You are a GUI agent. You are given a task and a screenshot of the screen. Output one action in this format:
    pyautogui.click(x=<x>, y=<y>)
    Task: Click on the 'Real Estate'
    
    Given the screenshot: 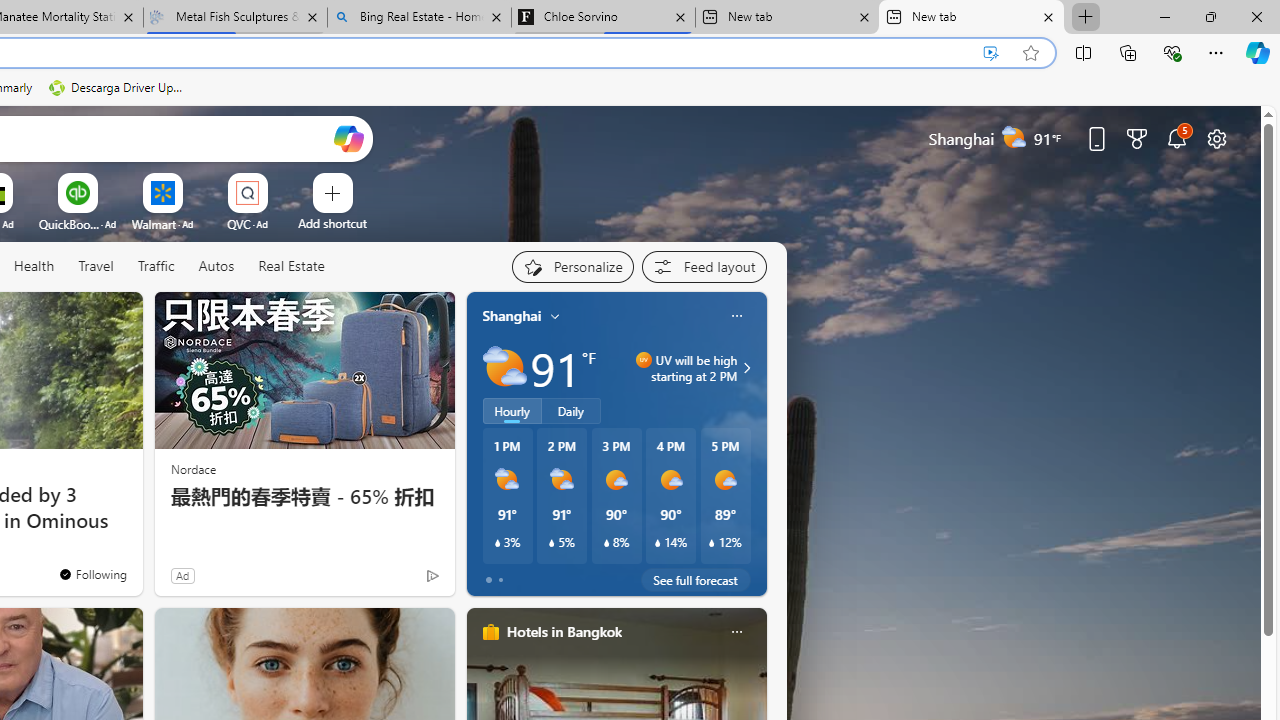 What is the action you would take?
    pyautogui.click(x=290, y=266)
    